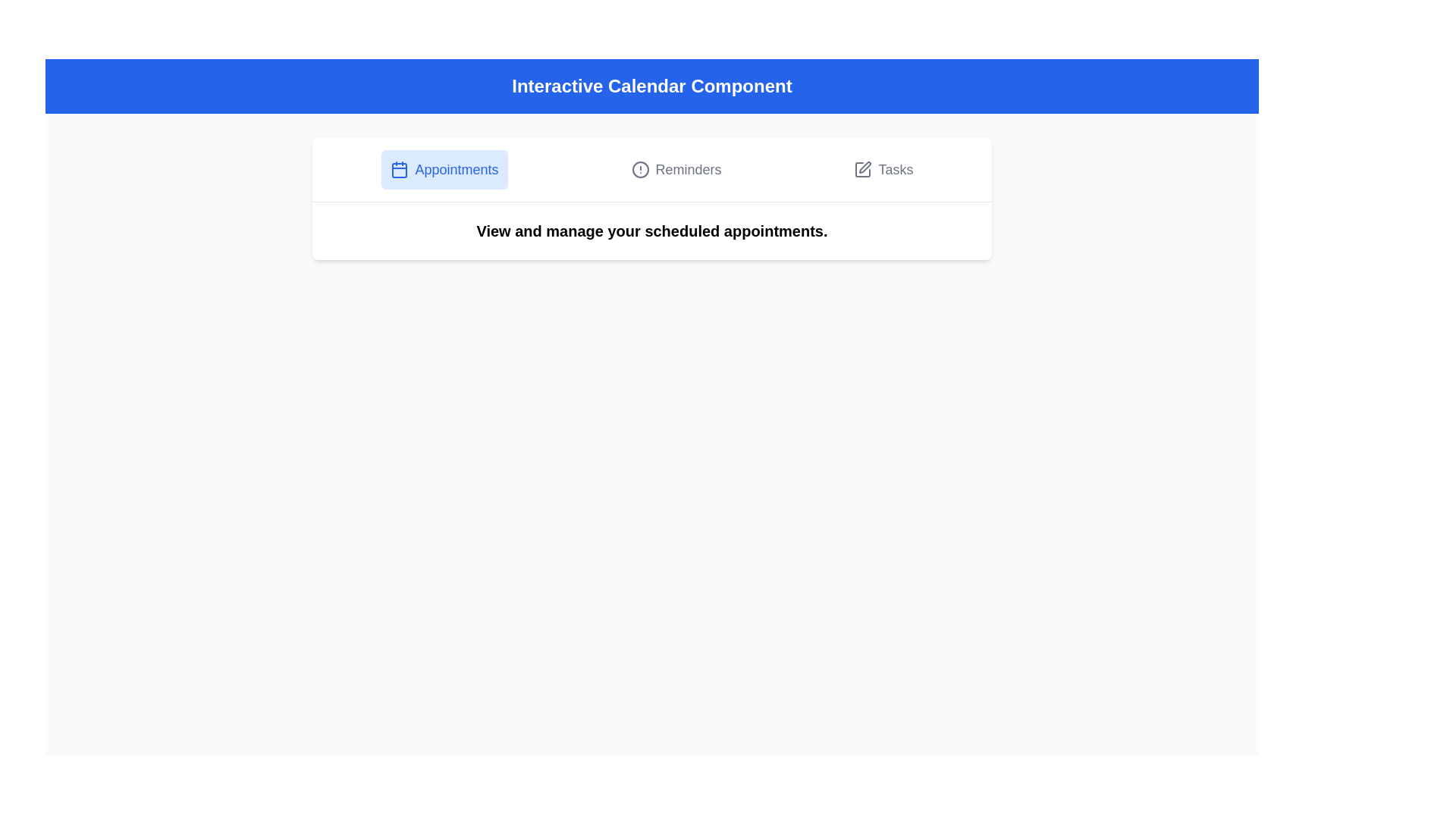  I want to click on the Appointments tab, so click(444, 169).